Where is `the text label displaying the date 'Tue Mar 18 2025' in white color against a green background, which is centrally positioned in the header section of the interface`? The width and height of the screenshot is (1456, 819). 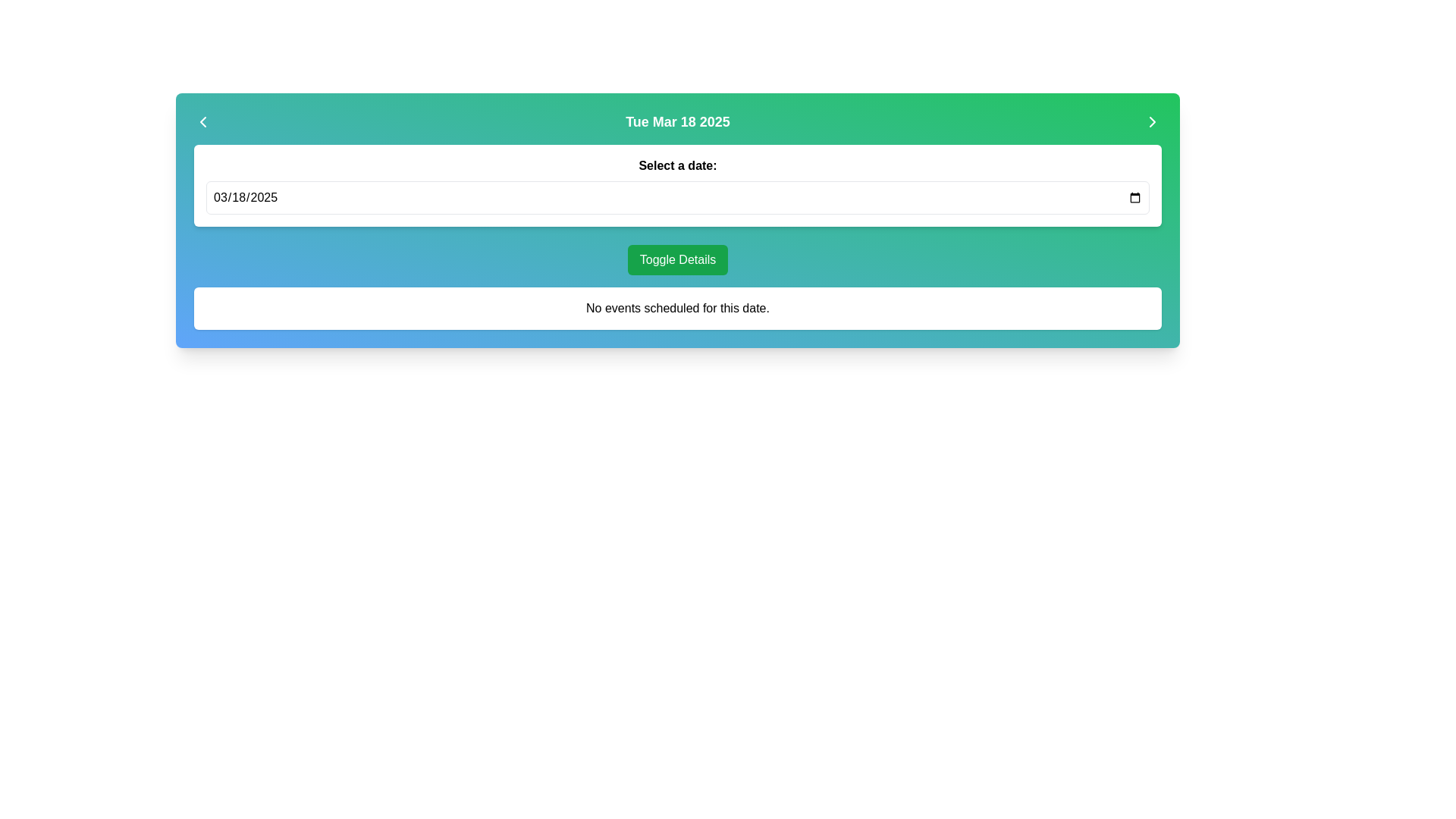
the text label displaying the date 'Tue Mar 18 2025' in white color against a green background, which is centrally positioned in the header section of the interface is located at coordinates (676, 121).